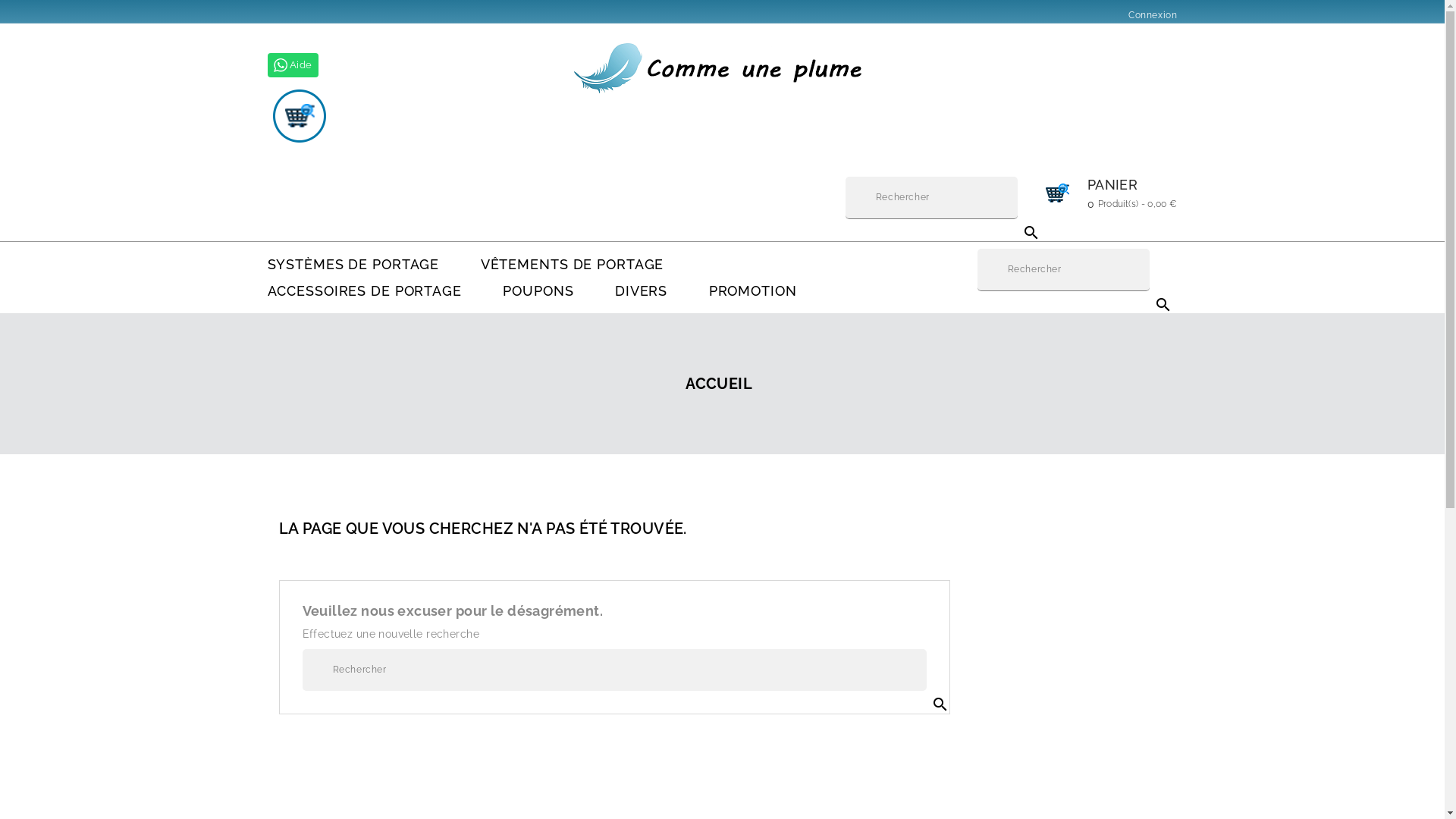 The width and height of the screenshot is (1456, 819). What do you see at coordinates (753, 290) in the screenshot?
I see `'PROMOTION'` at bounding box center [753, 290].